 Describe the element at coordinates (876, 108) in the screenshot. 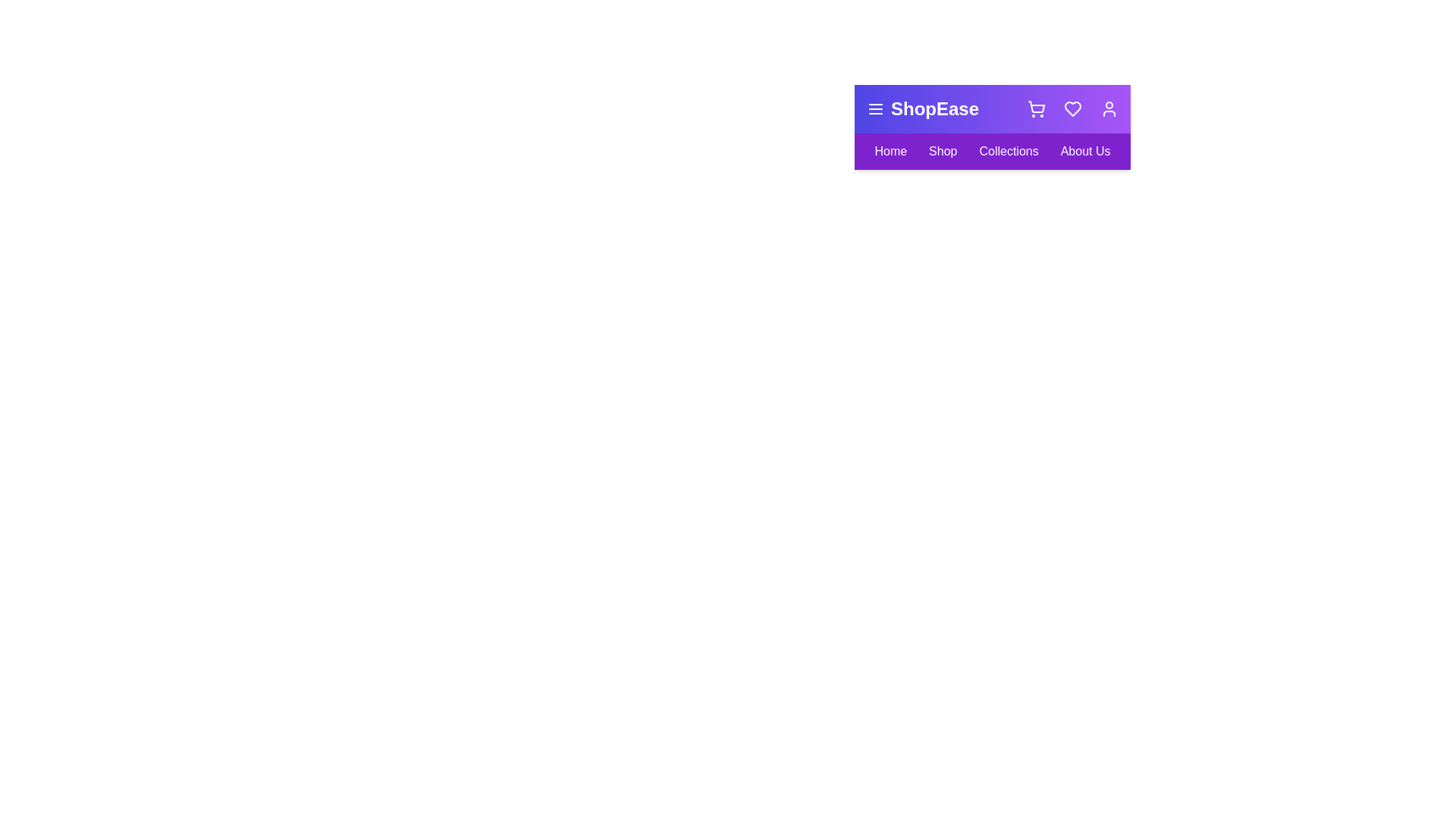

I see `the menu button to toggle the menu visibility` at that location.